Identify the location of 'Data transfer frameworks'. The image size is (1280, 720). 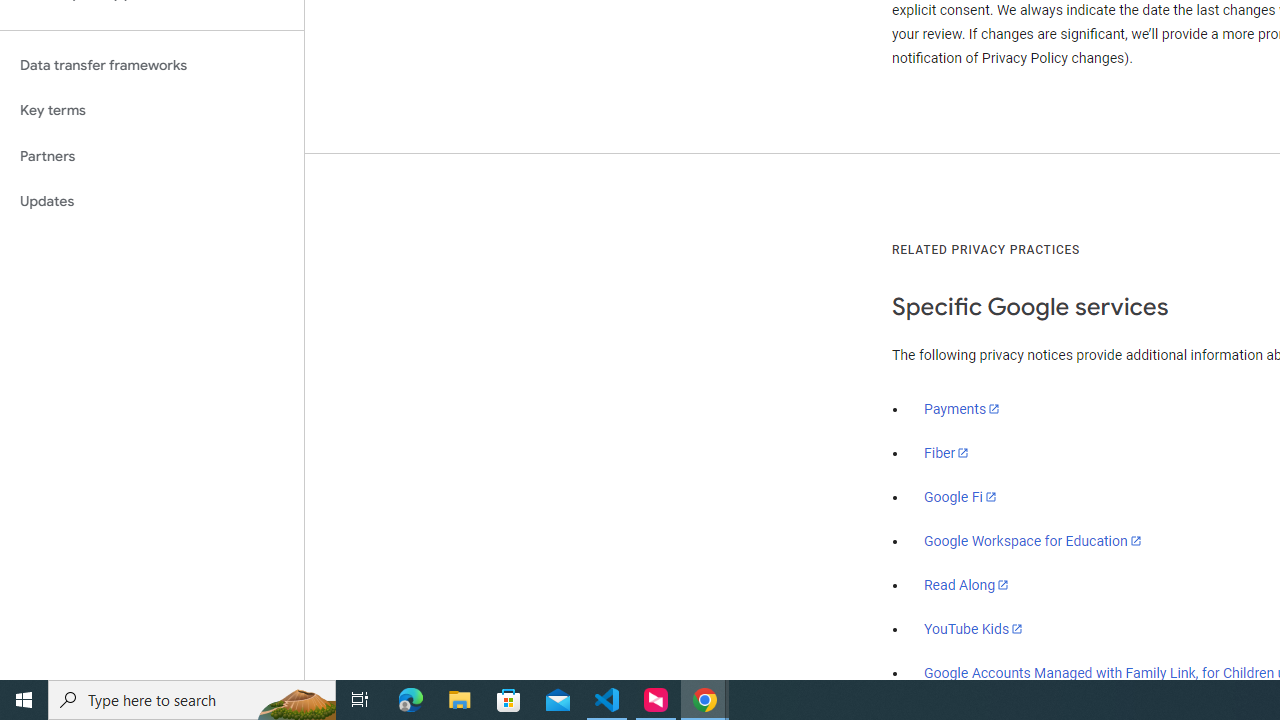
(151, 64).